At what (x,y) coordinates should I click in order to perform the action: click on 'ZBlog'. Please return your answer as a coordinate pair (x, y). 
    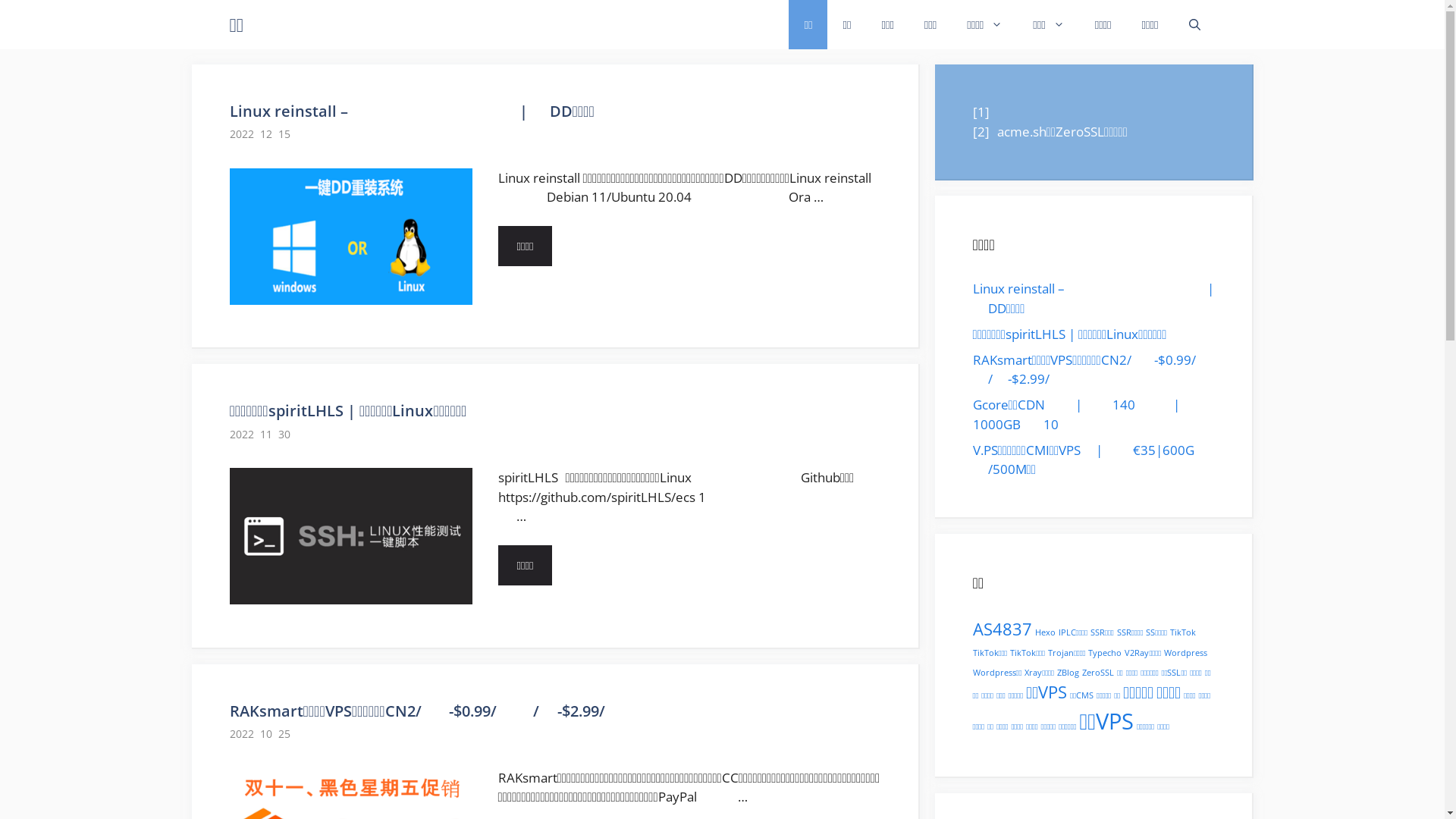
    Looking at the image, I should click on (1067, 672).